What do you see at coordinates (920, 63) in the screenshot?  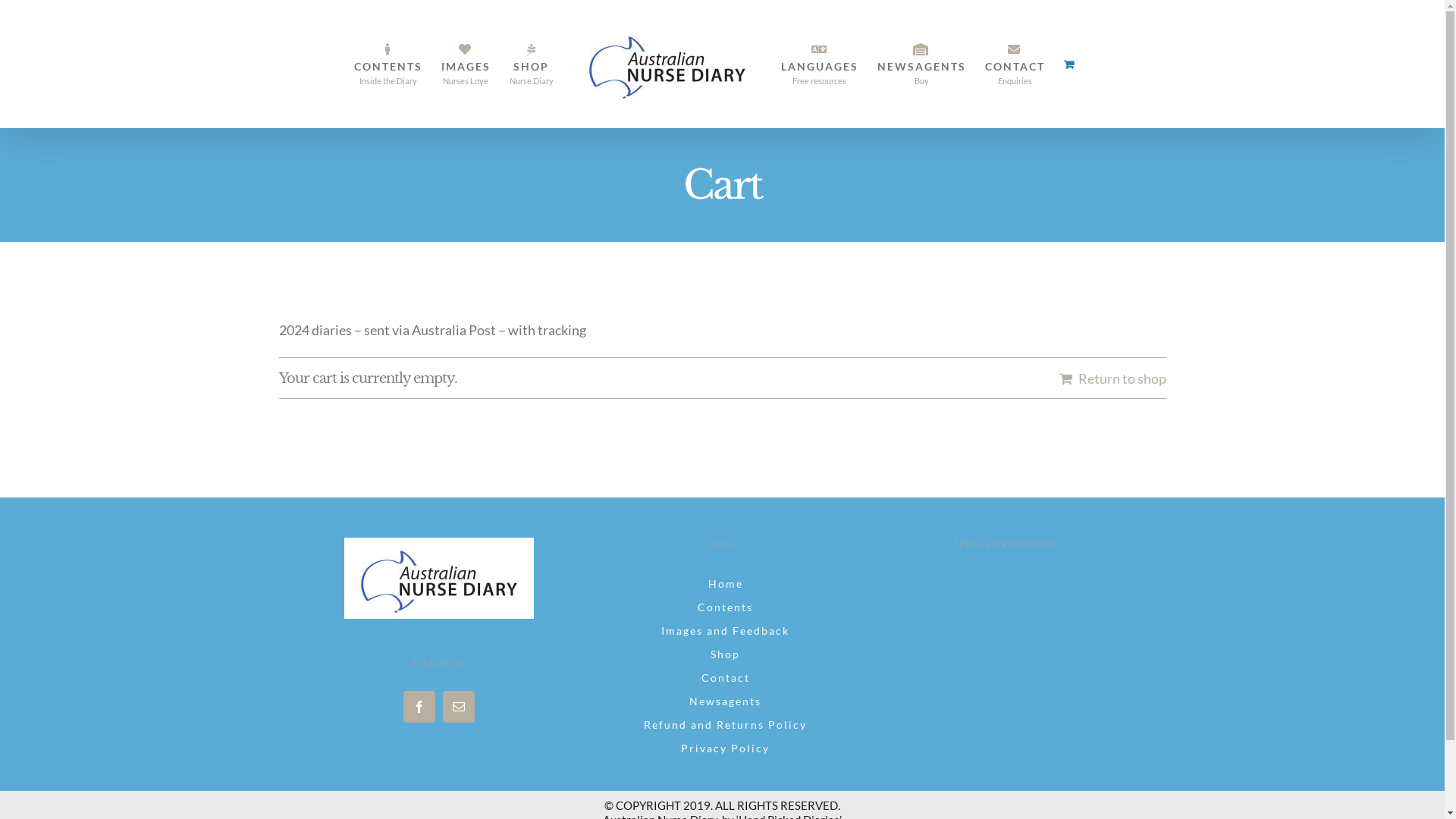 I see `'NEWSAGENTS` at bounding box center [920, 63].